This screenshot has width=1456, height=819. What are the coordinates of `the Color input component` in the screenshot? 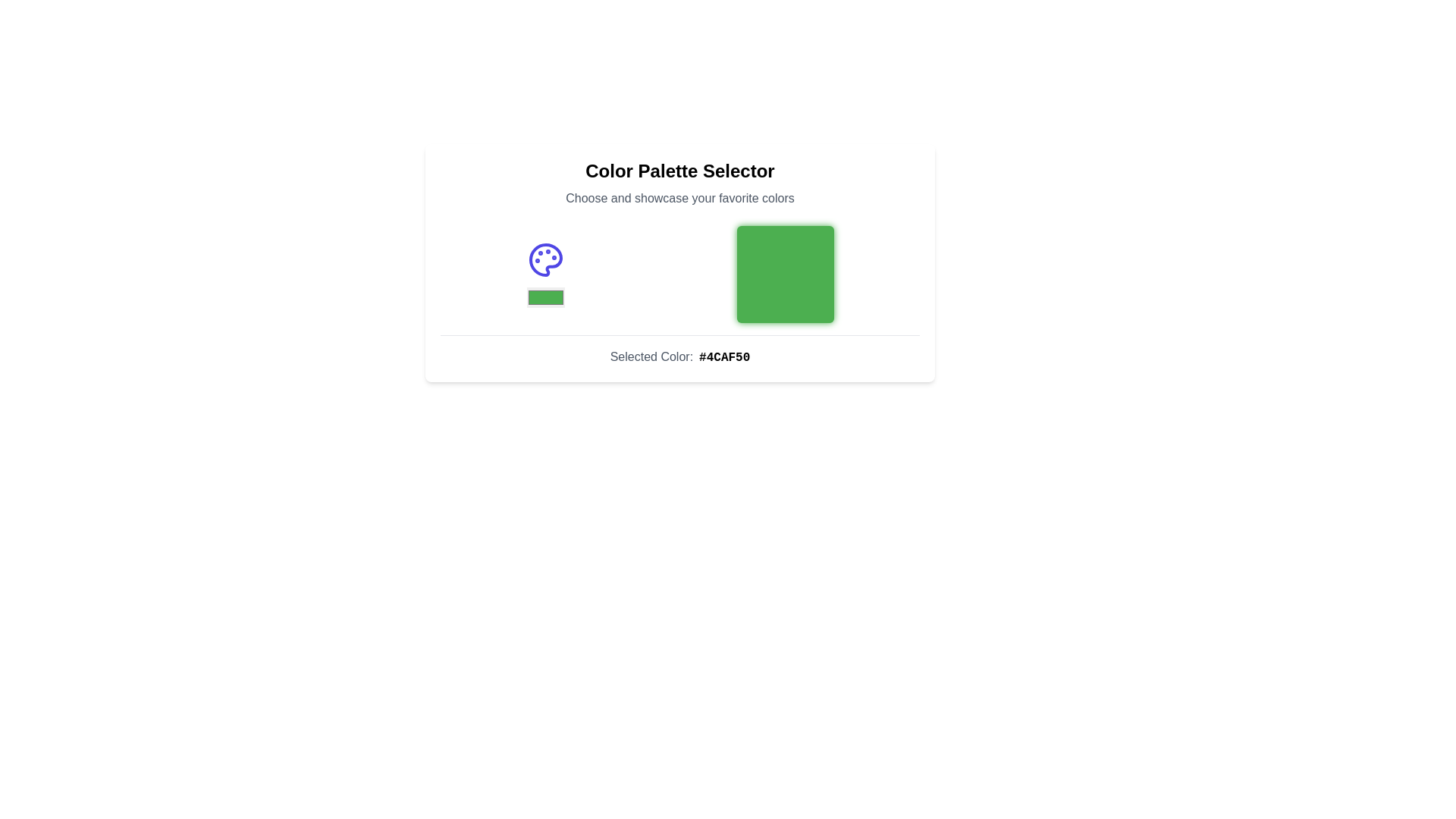 It's located at (545, 297).